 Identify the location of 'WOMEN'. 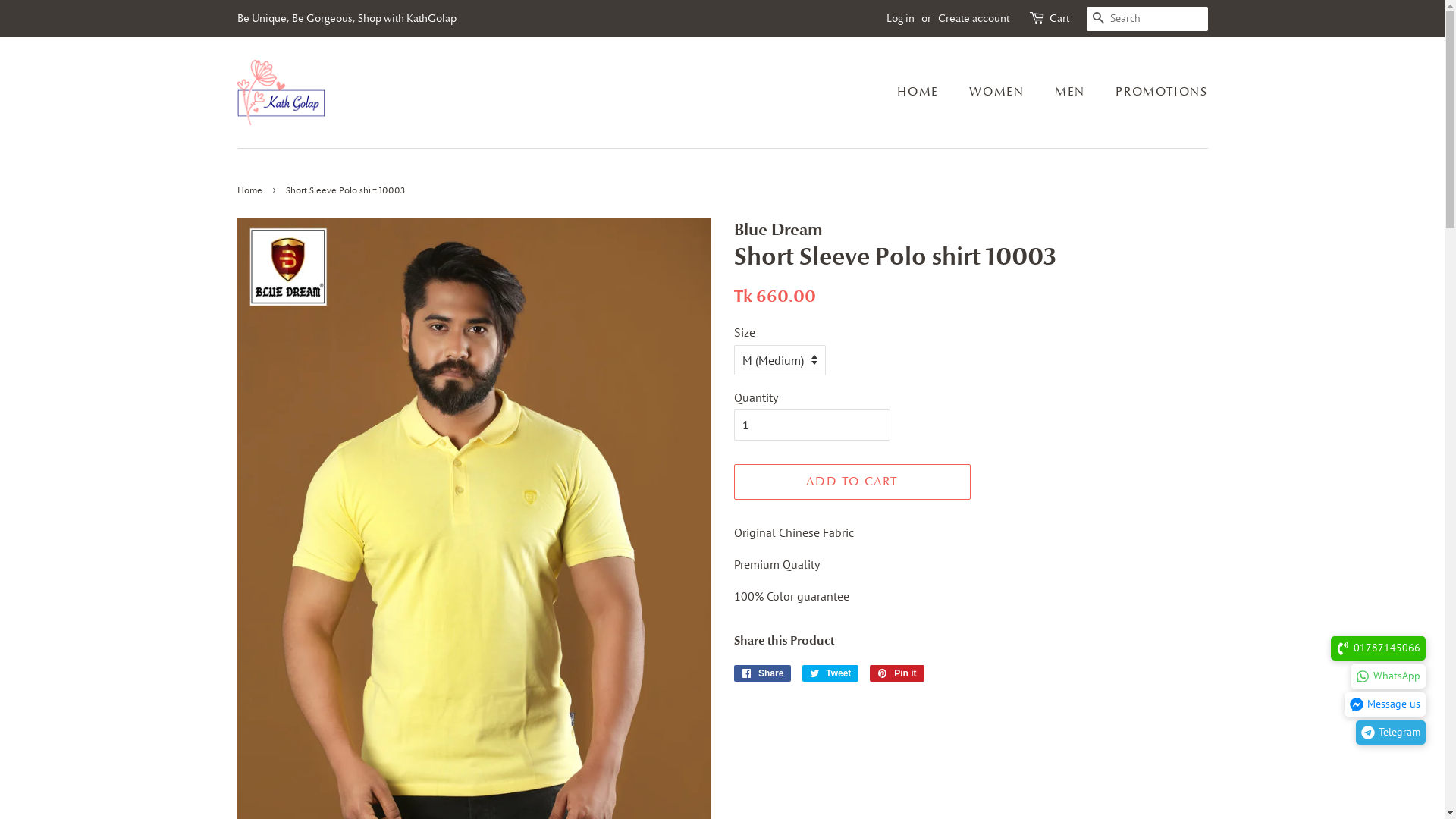
(998, 92).